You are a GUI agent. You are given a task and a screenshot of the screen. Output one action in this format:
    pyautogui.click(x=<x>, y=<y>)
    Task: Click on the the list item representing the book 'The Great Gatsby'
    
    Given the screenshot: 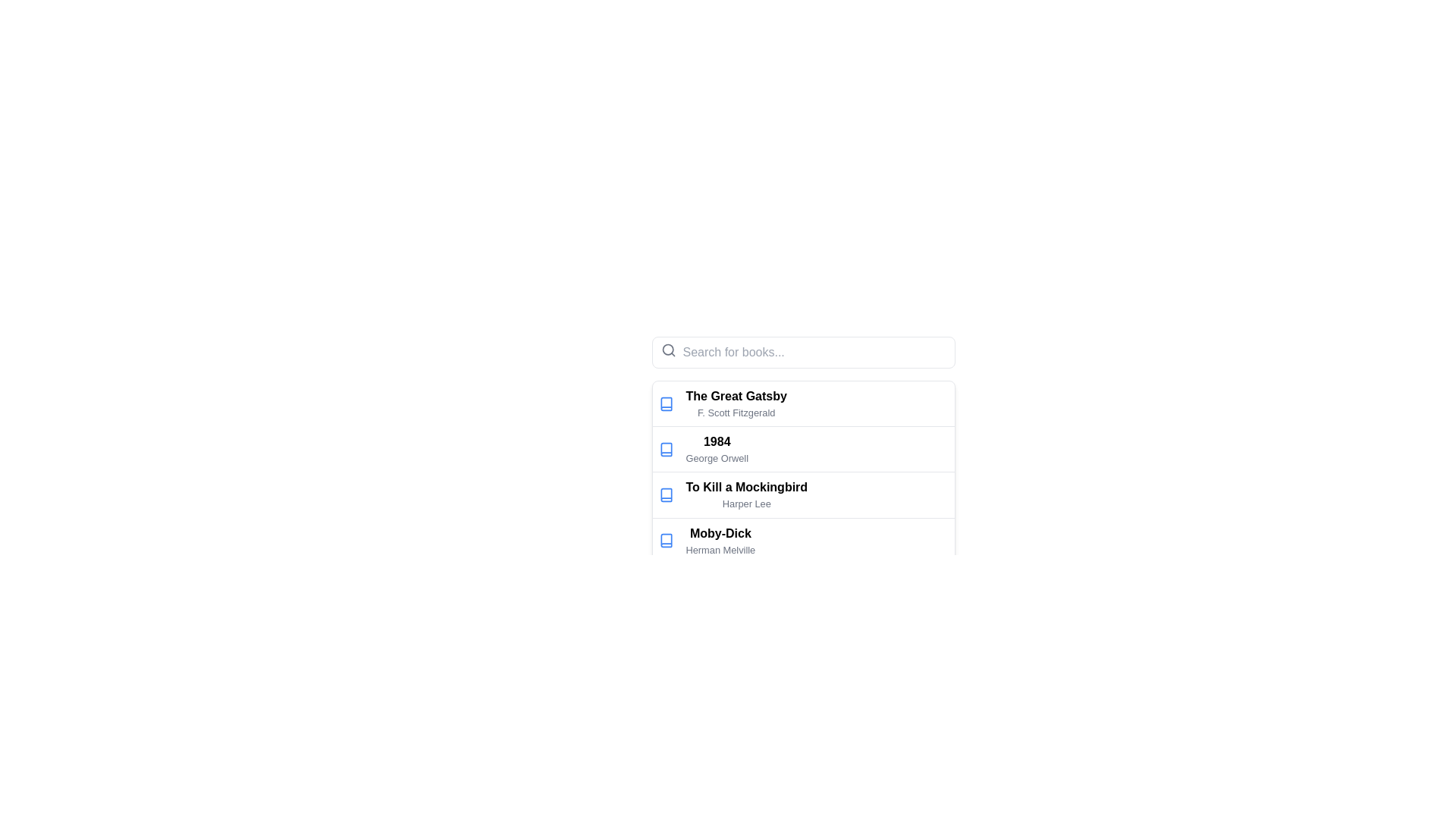 What is the action you would take?
    pyautogui.click(x=736, y=403)
    